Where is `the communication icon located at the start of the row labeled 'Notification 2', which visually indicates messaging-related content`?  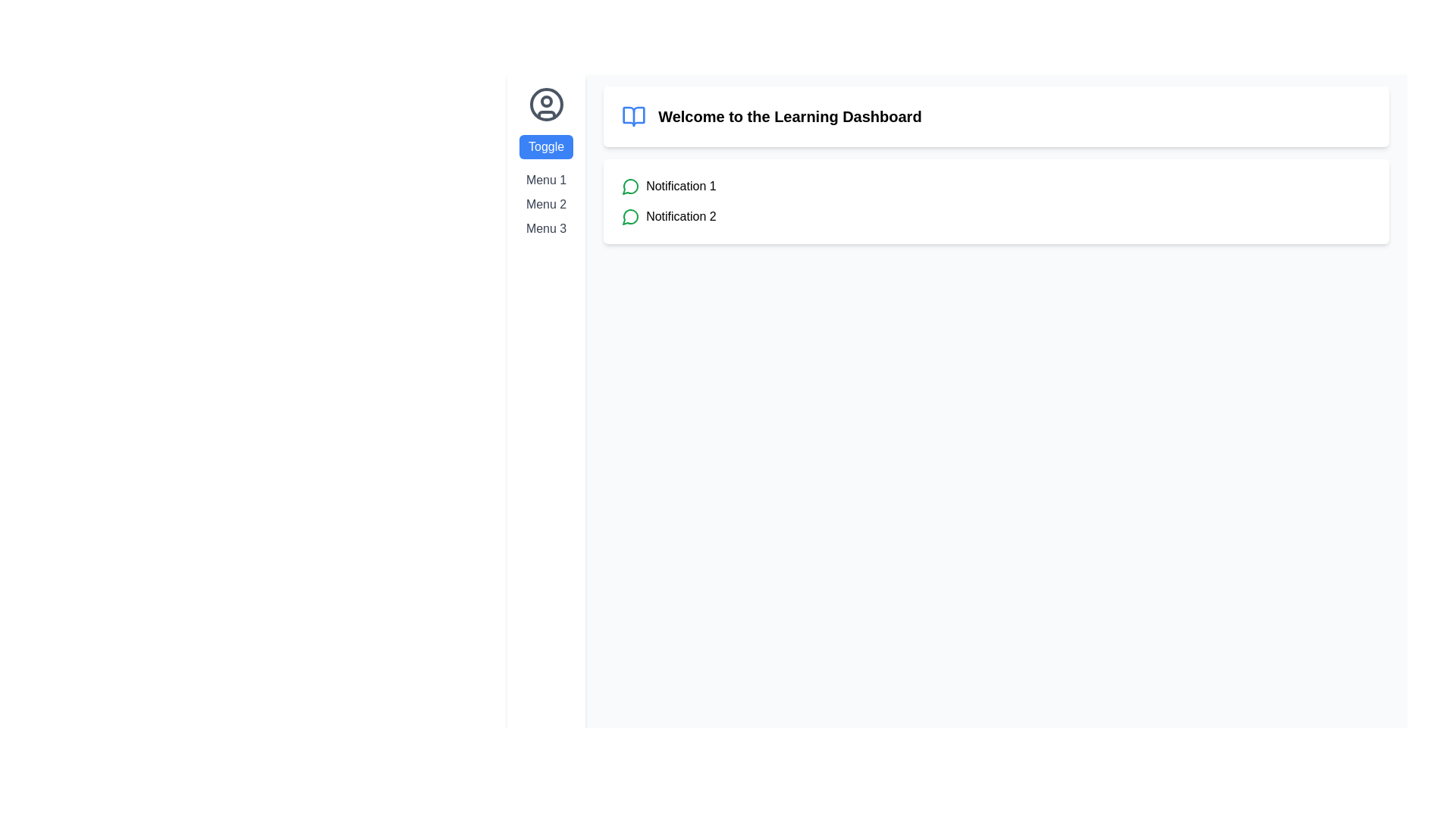 the communication icon located at the start of the row labeled 'Notification 2', which visually indicates messaging-related content is located at coordinates (631, 216).